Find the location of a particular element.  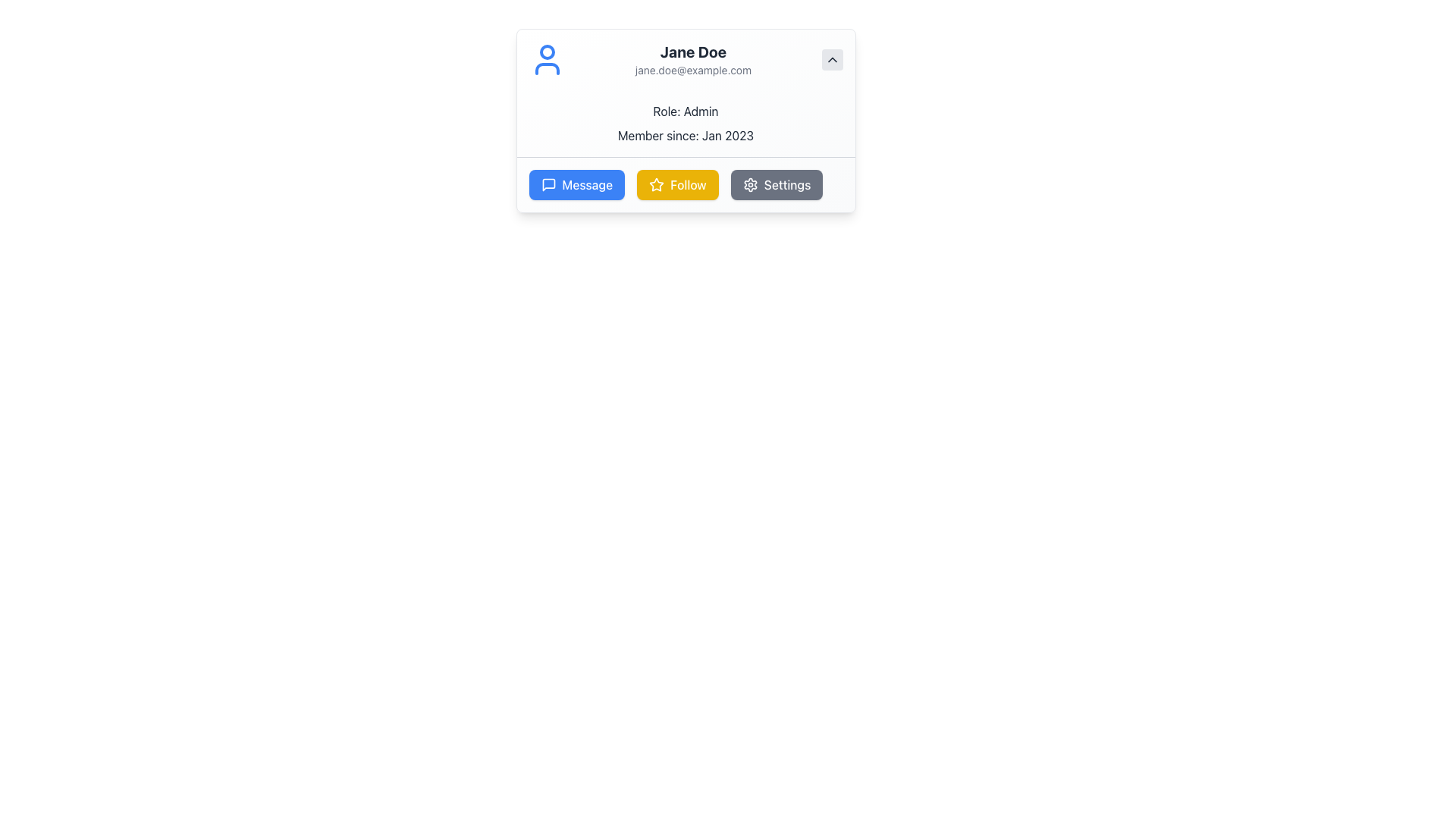

the static text label displaying 'Role: Admin', which is centered horizontally within a light background card, located near the top of a user profile card is located at coordinates (685, 110).